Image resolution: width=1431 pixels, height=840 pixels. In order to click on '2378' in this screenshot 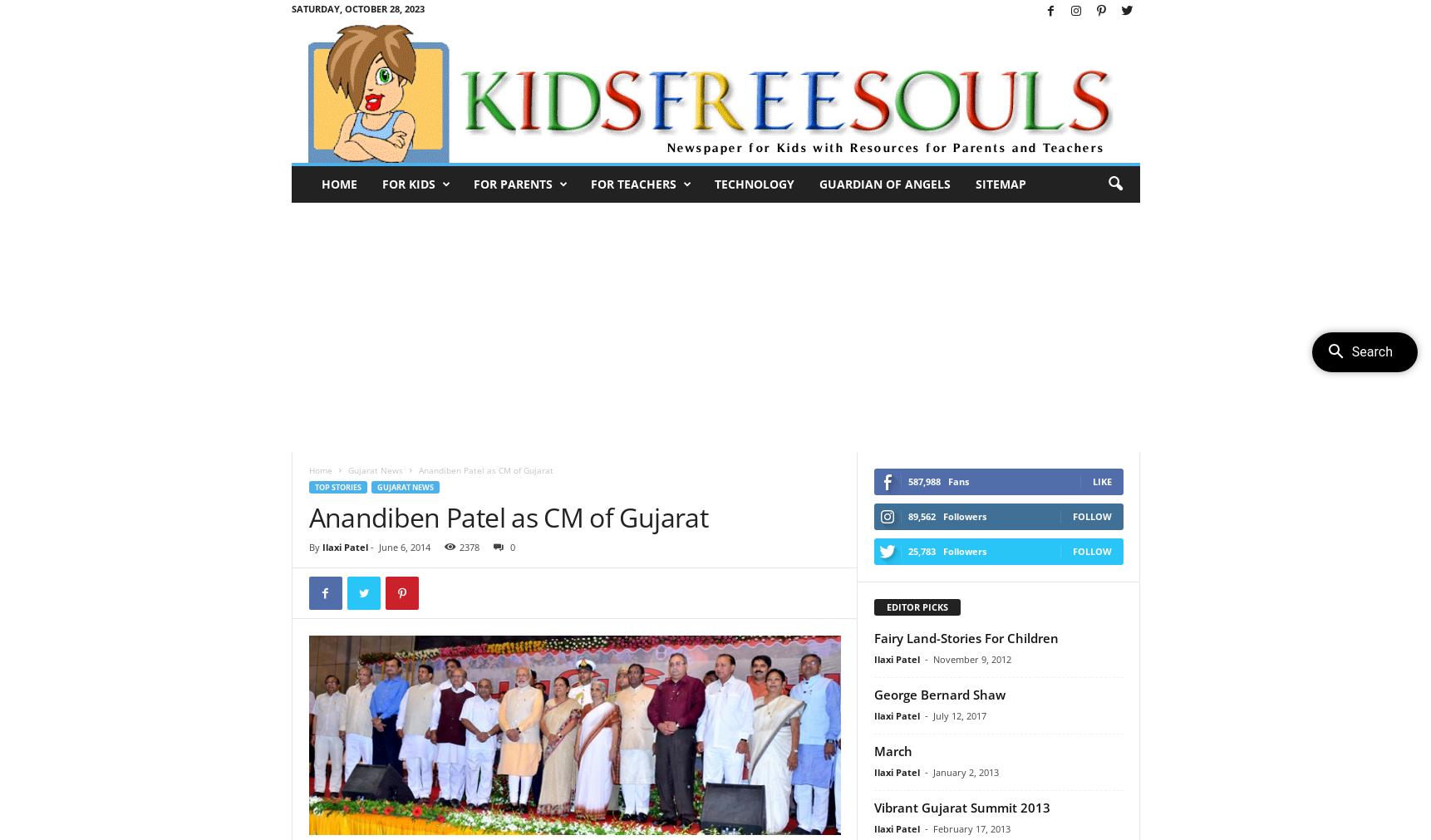, I will do `click(467, 547)`.